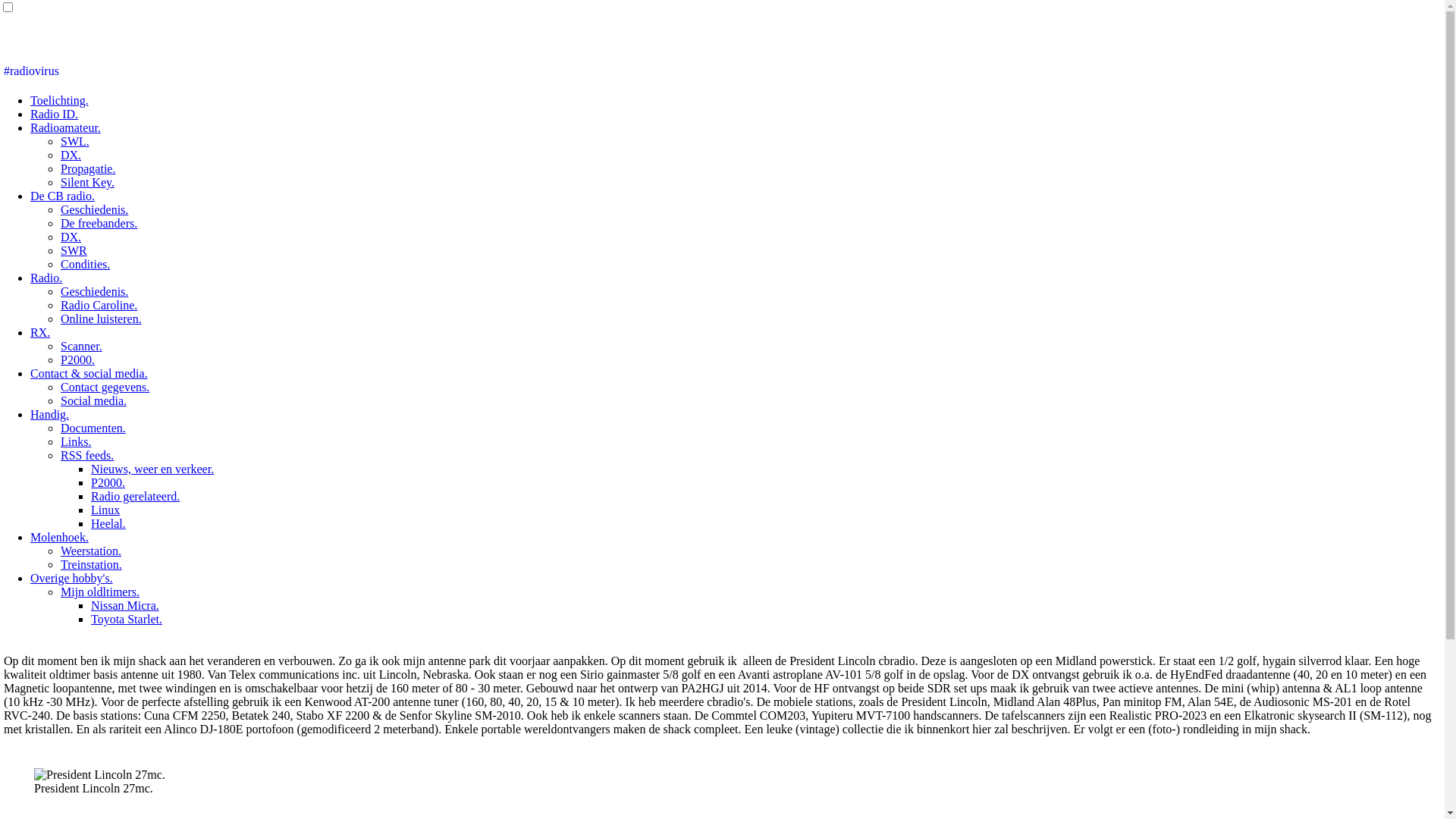 This screenshot has height=819, width=1456. I want to click on 'Radio.', so click(46, 278).